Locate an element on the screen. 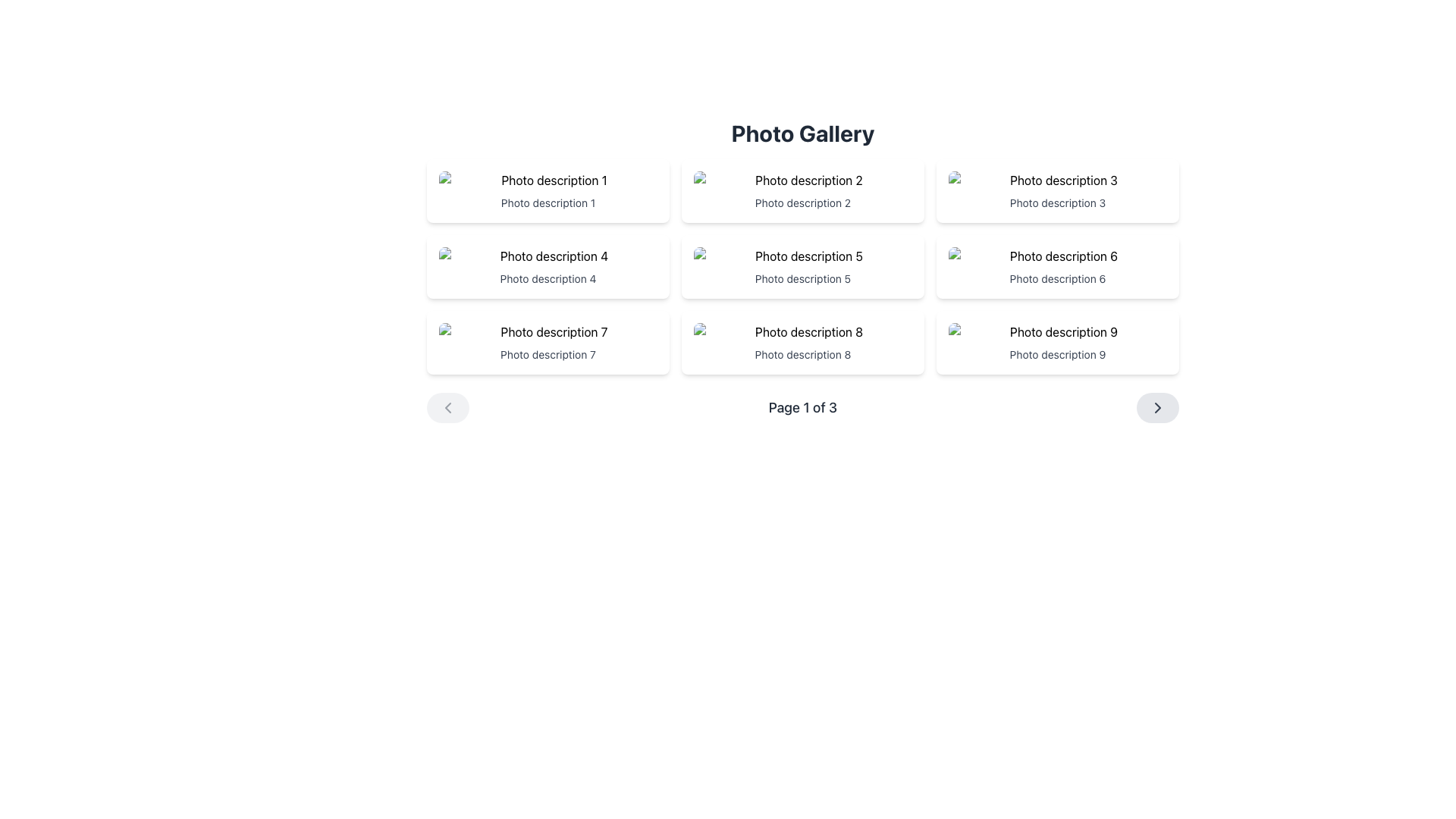 The image size is (1456, 819). the Card element located in the first row and third column of the grid layout, which displays an image and a description text is located at coordinates (1057, 190).